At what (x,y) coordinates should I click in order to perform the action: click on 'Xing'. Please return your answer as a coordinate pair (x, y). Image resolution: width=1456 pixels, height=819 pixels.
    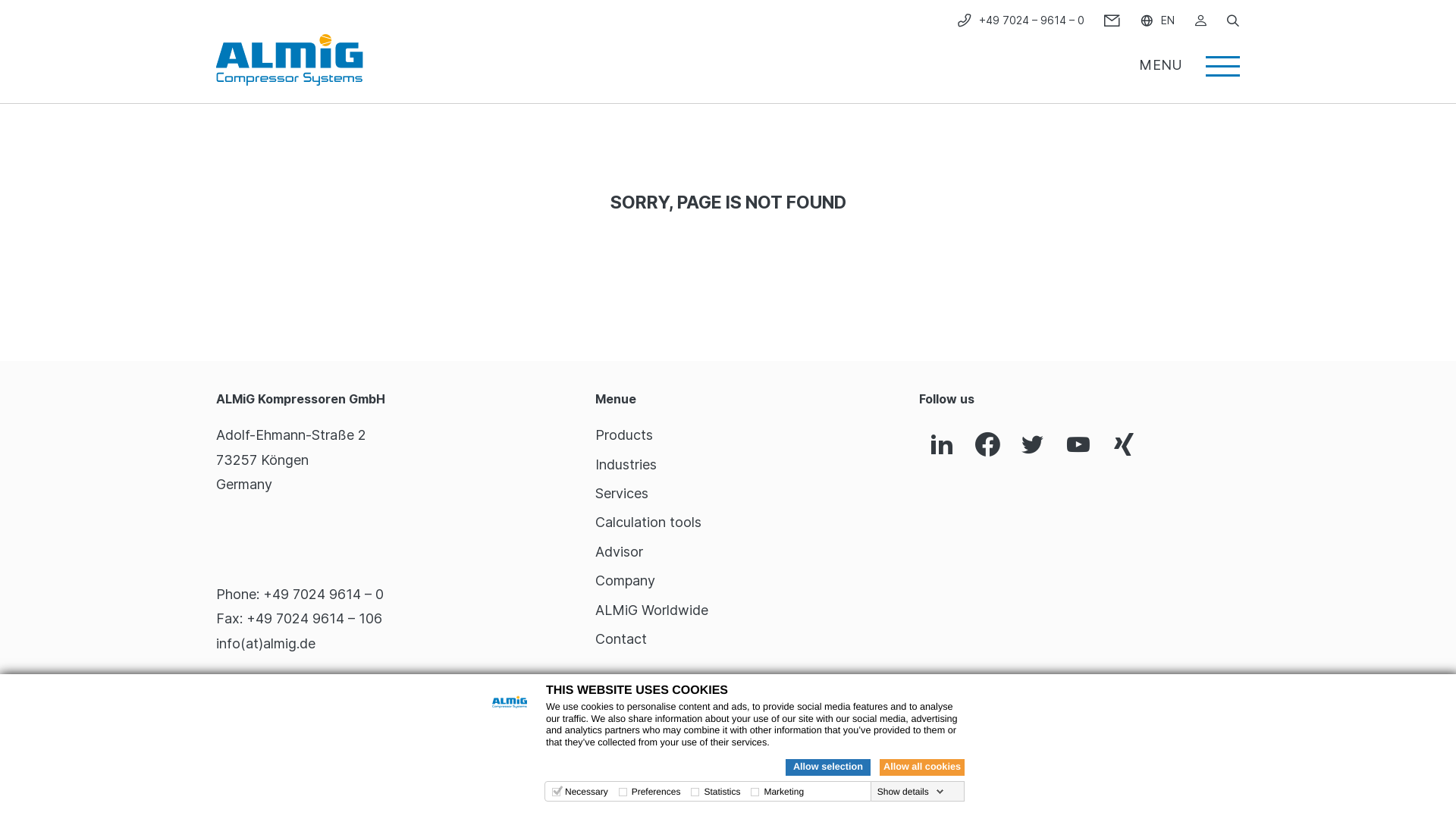
    Looking at the image, I should click on (1124, 444).